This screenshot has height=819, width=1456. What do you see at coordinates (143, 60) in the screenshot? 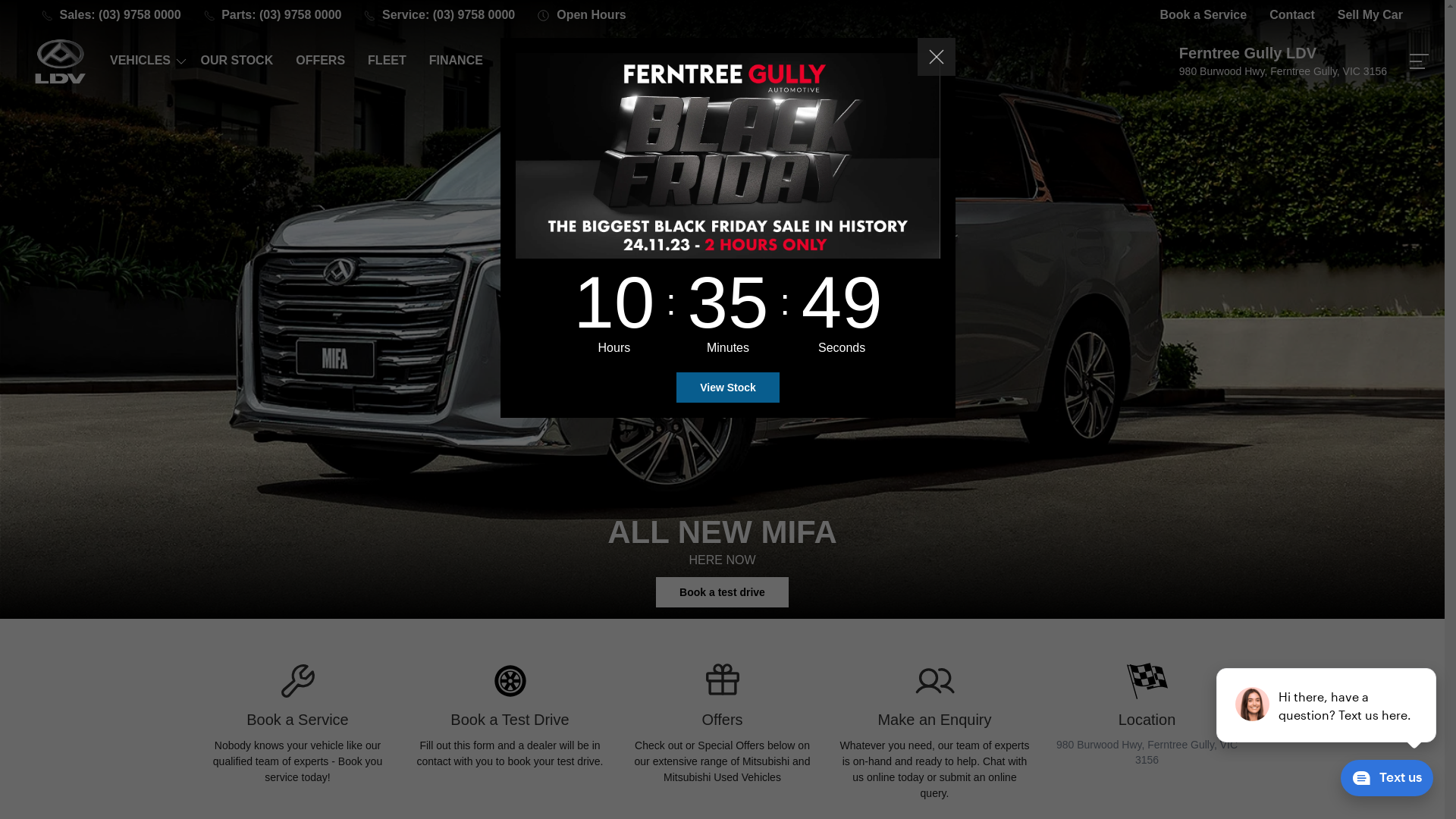
I see `'VEHICLES` at bounding box center [143, 60].